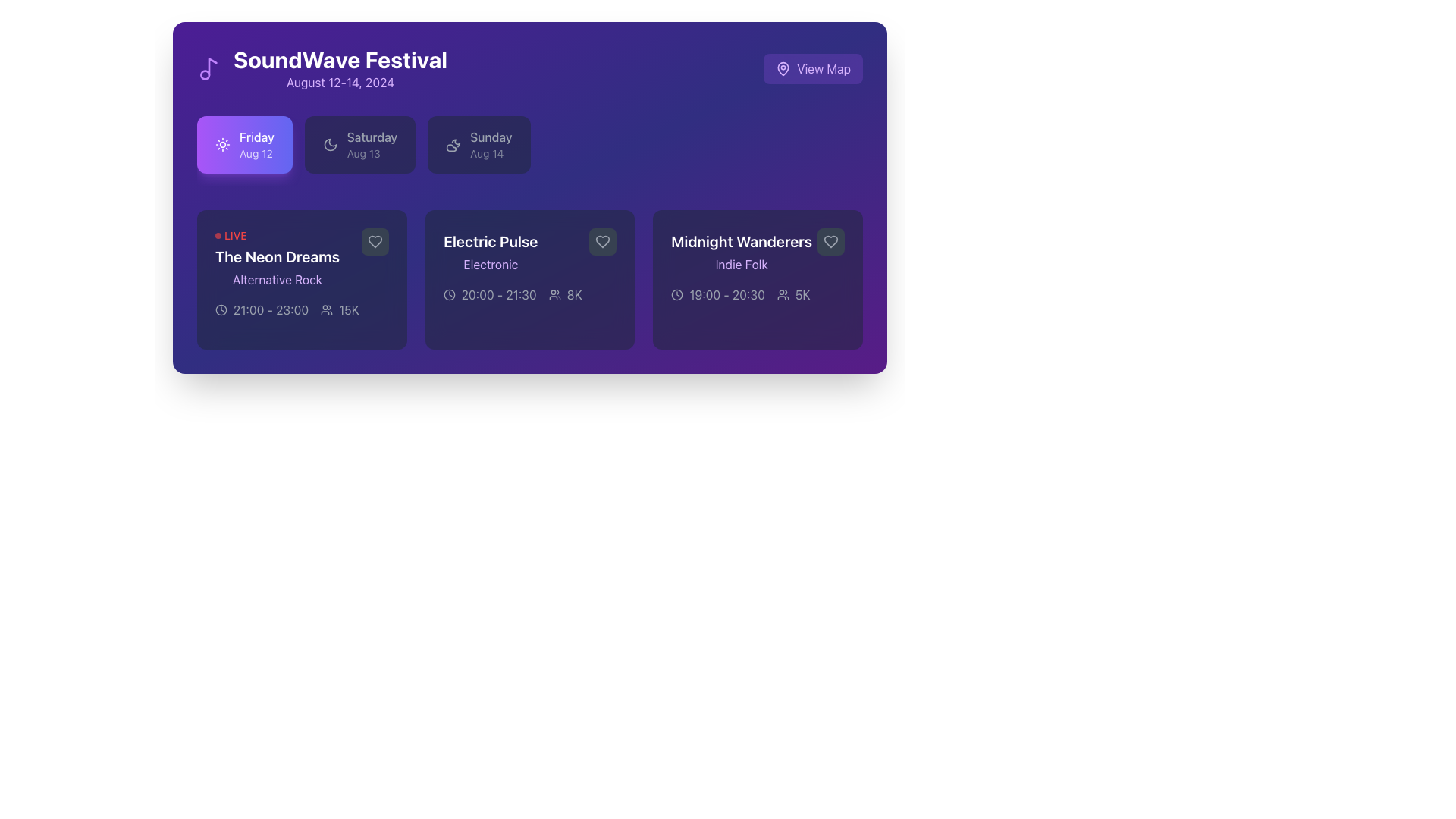 This screenshot has height=819, width=1456. What do you see at coordinates (448, 295) in the screenshot?
I see `the Decorative Icon located within the 'Electric Pulse' card, positioned to the left of the text '20:00 - 21:30'` at bounding box center [448, 295].